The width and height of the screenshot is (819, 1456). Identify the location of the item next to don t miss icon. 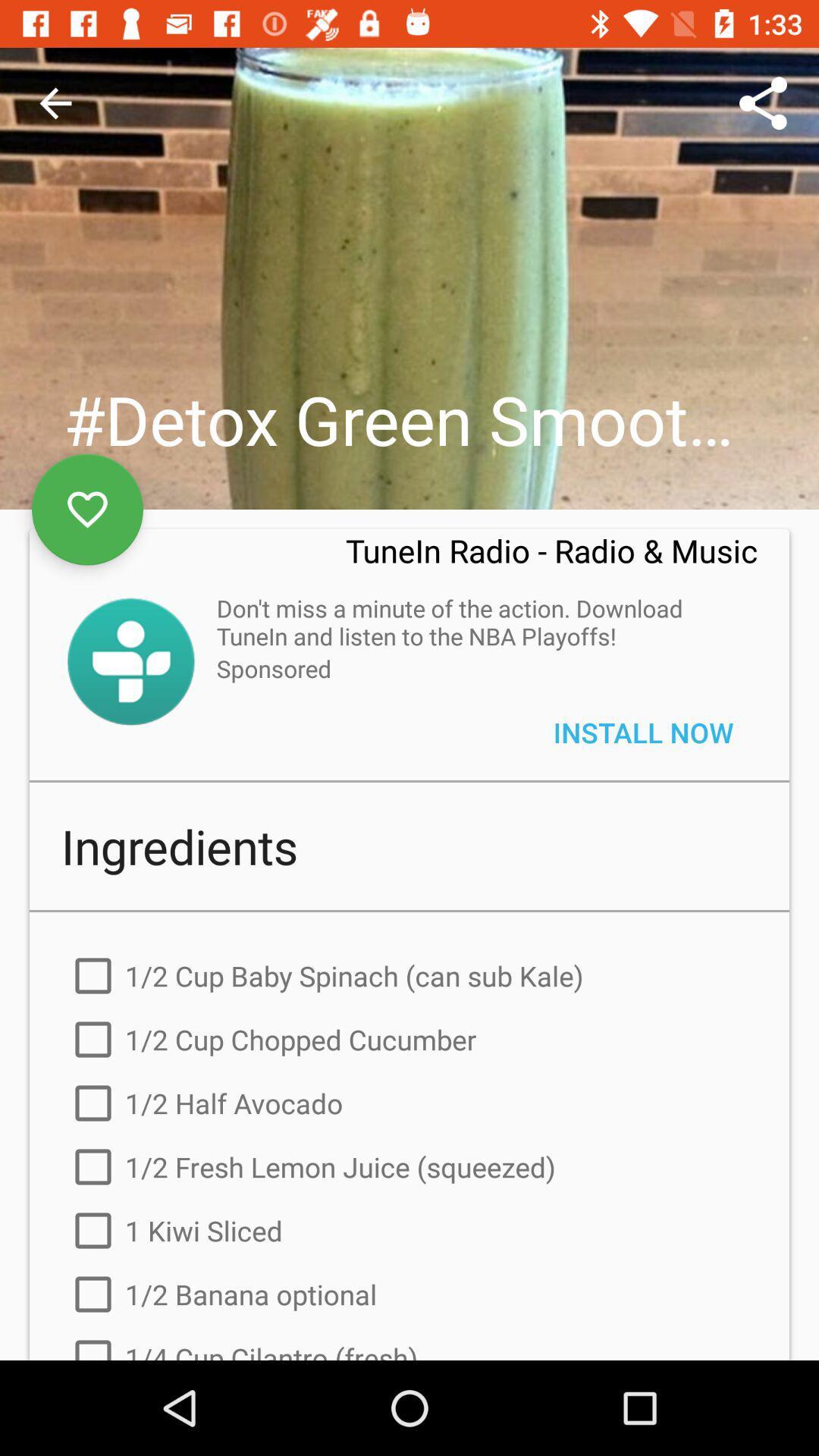
(130, 661).